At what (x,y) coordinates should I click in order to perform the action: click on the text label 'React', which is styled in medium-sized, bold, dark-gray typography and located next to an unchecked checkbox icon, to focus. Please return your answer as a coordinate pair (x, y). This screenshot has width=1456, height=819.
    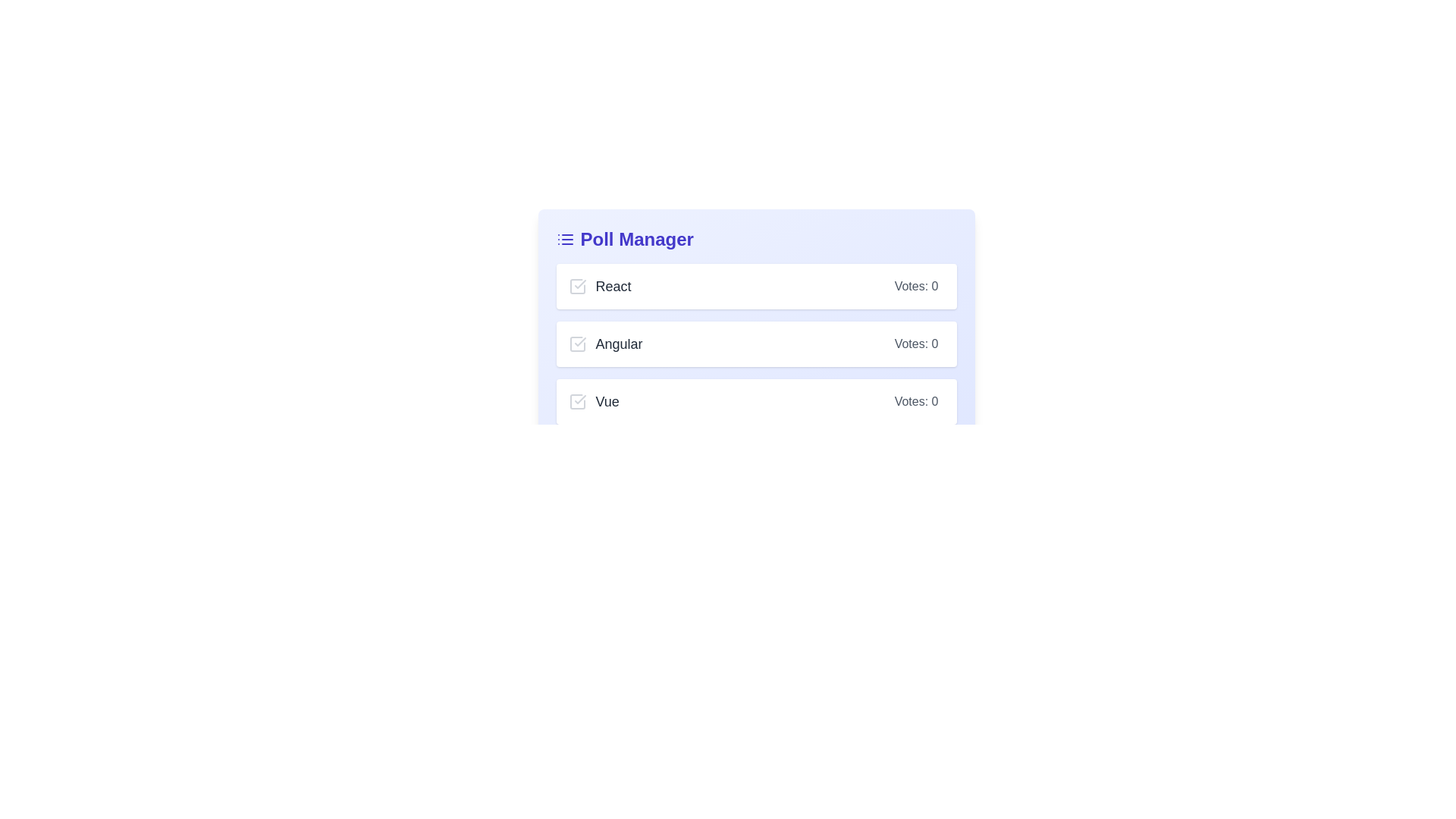
    Looking at the image, I should click on (599, 287).